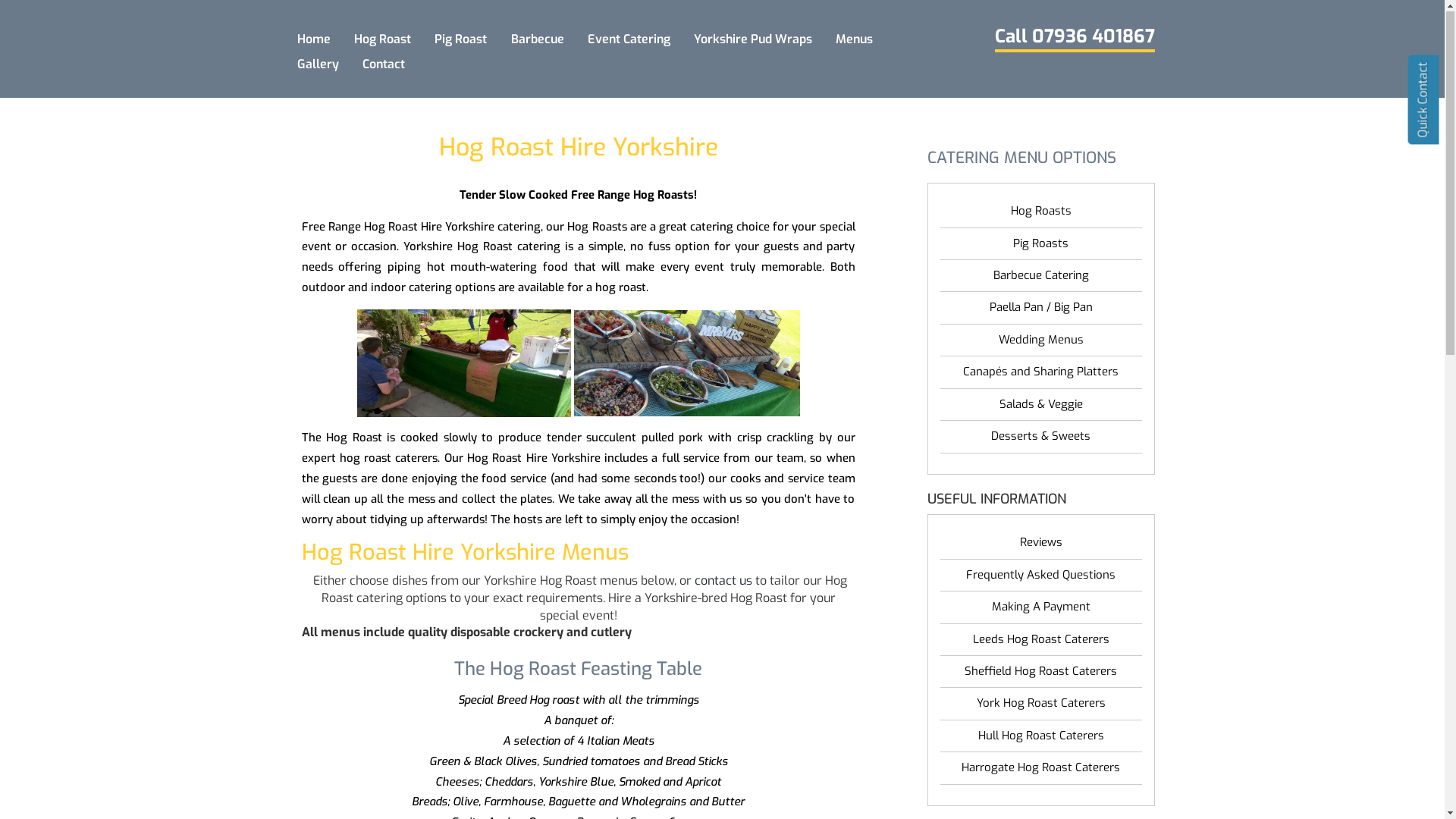  What do you see at coordinates (537, 39) in the screenshot?
I see `'Barbecue'` at bounding box center [537, 39].